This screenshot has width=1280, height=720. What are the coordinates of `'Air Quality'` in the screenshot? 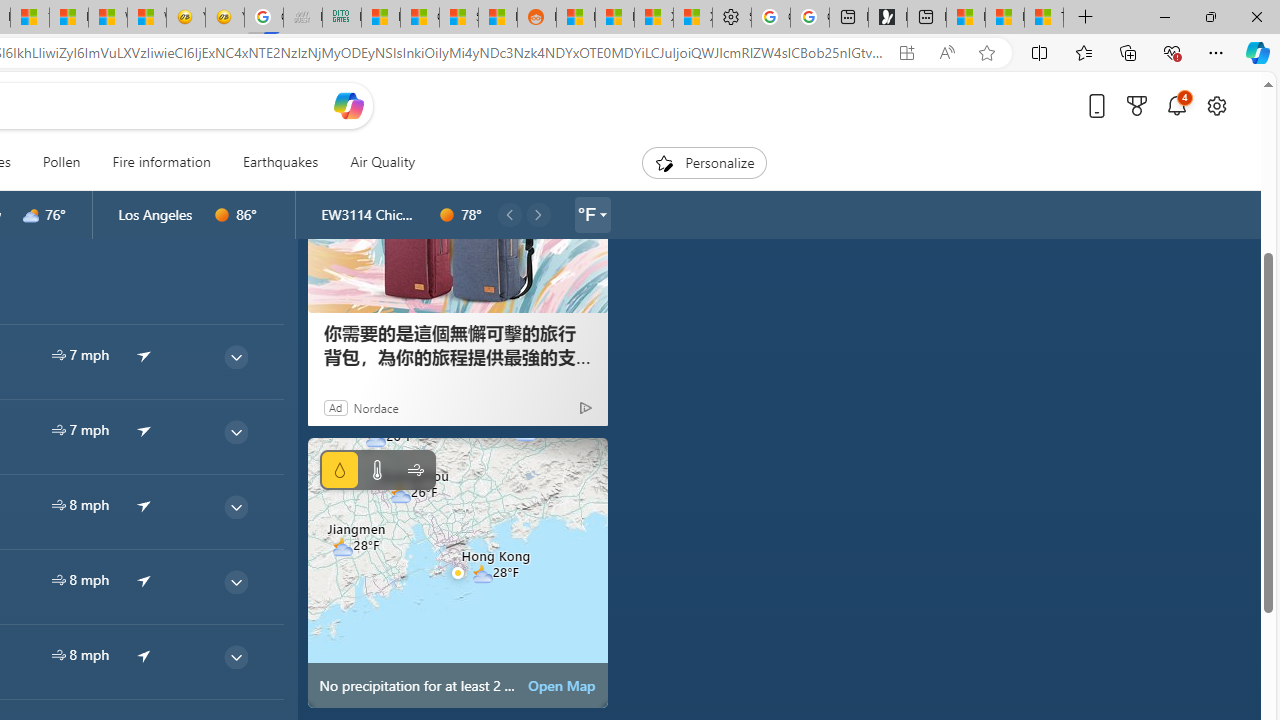 It's located at (375, 162).